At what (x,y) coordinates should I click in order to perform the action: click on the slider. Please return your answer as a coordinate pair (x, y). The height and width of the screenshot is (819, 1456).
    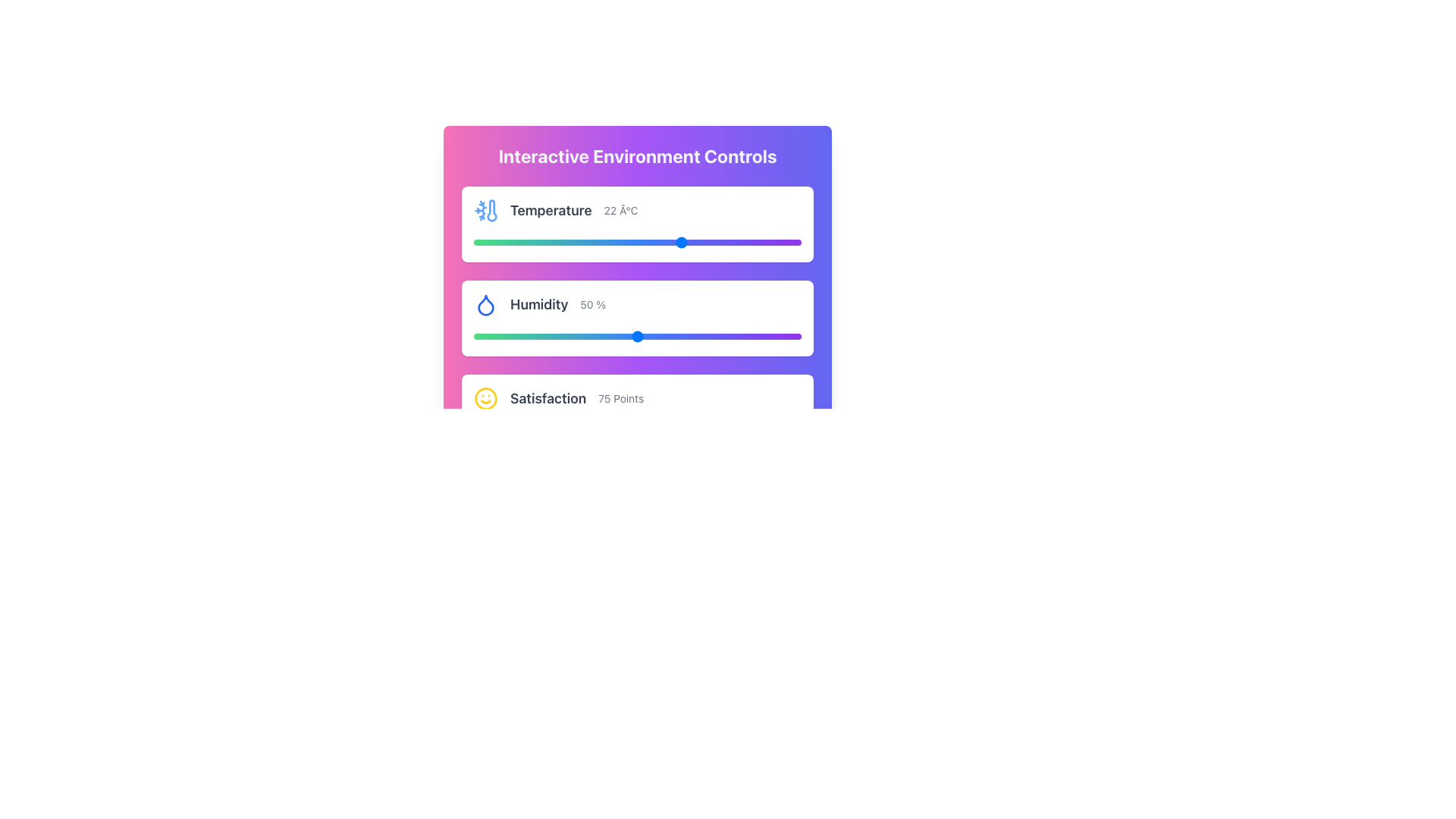
    Looking at the image, I should click on (598, 242).